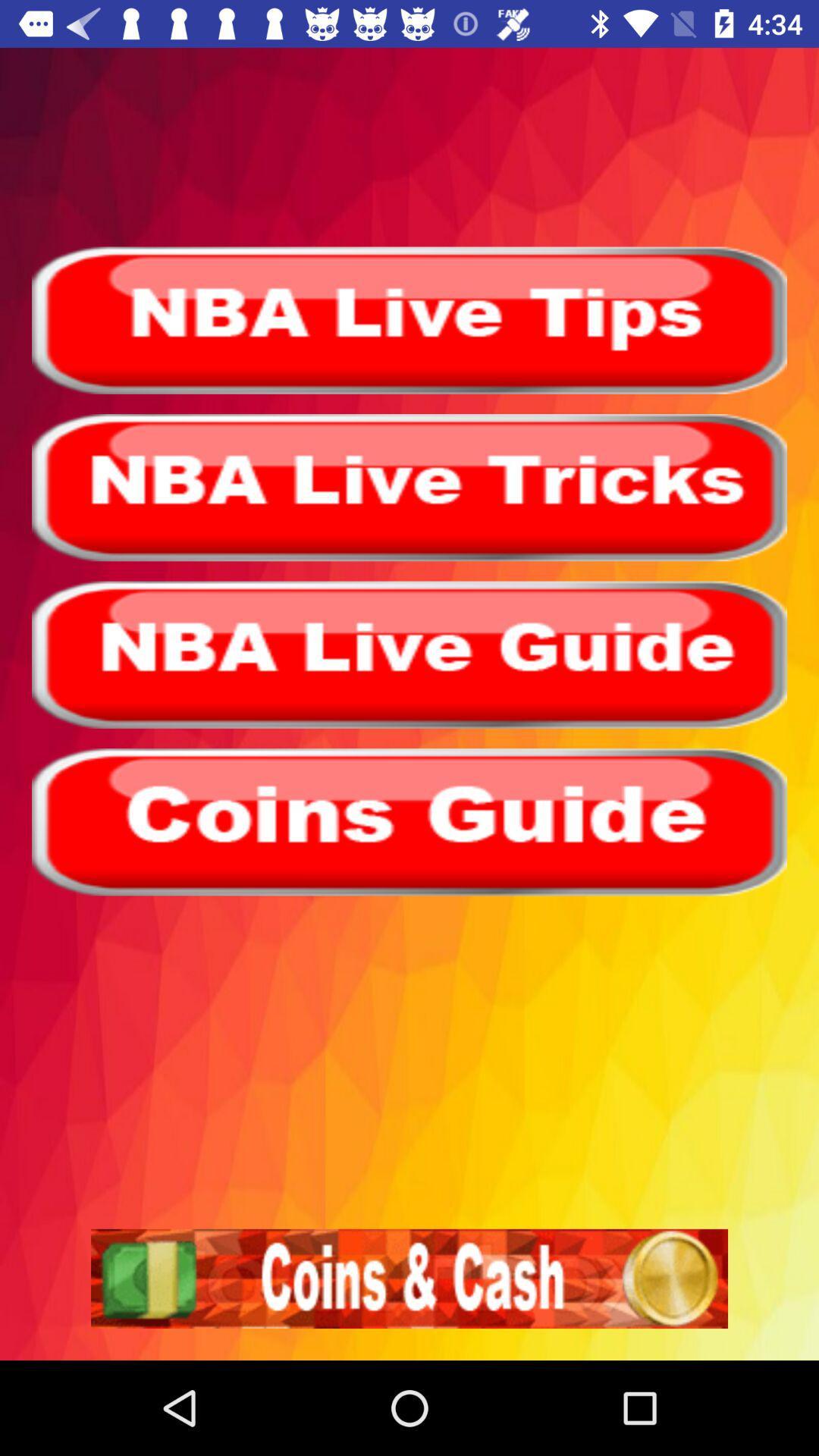 The image size is (819, 1456). Describe the element at coordinates (409, 654) in the screenshot. I see `to go to details of nba live guide` at that location.